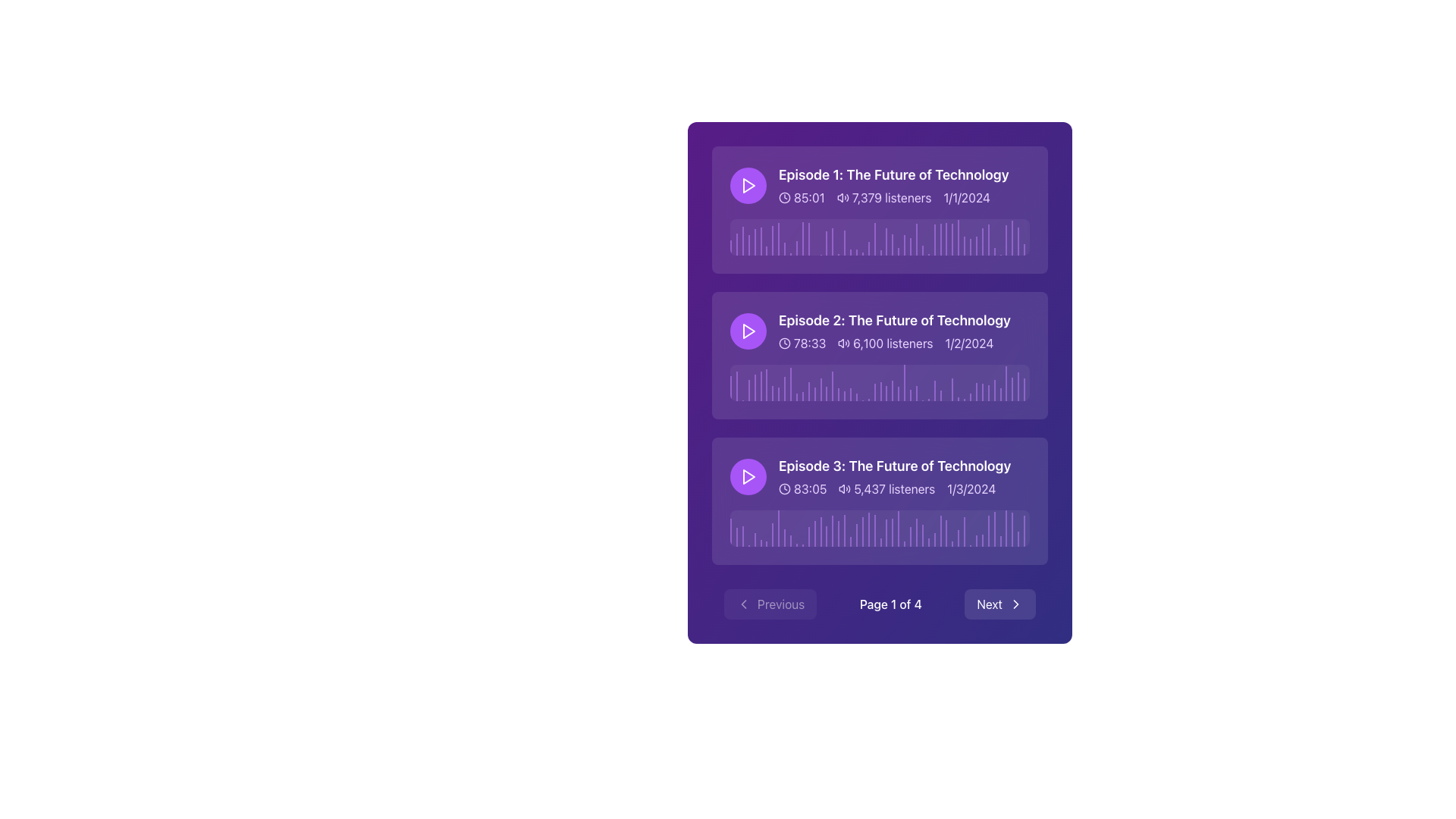 Image resolution: width=1456 pixels, height=819 pixels. What do you see at coordinates (755, 538) in the screenshot?
I see `the fifth vertical bar indicator in the lower part of the interface, which represents a marker in a visual scale or waveform` at bounding box center [755, 538].